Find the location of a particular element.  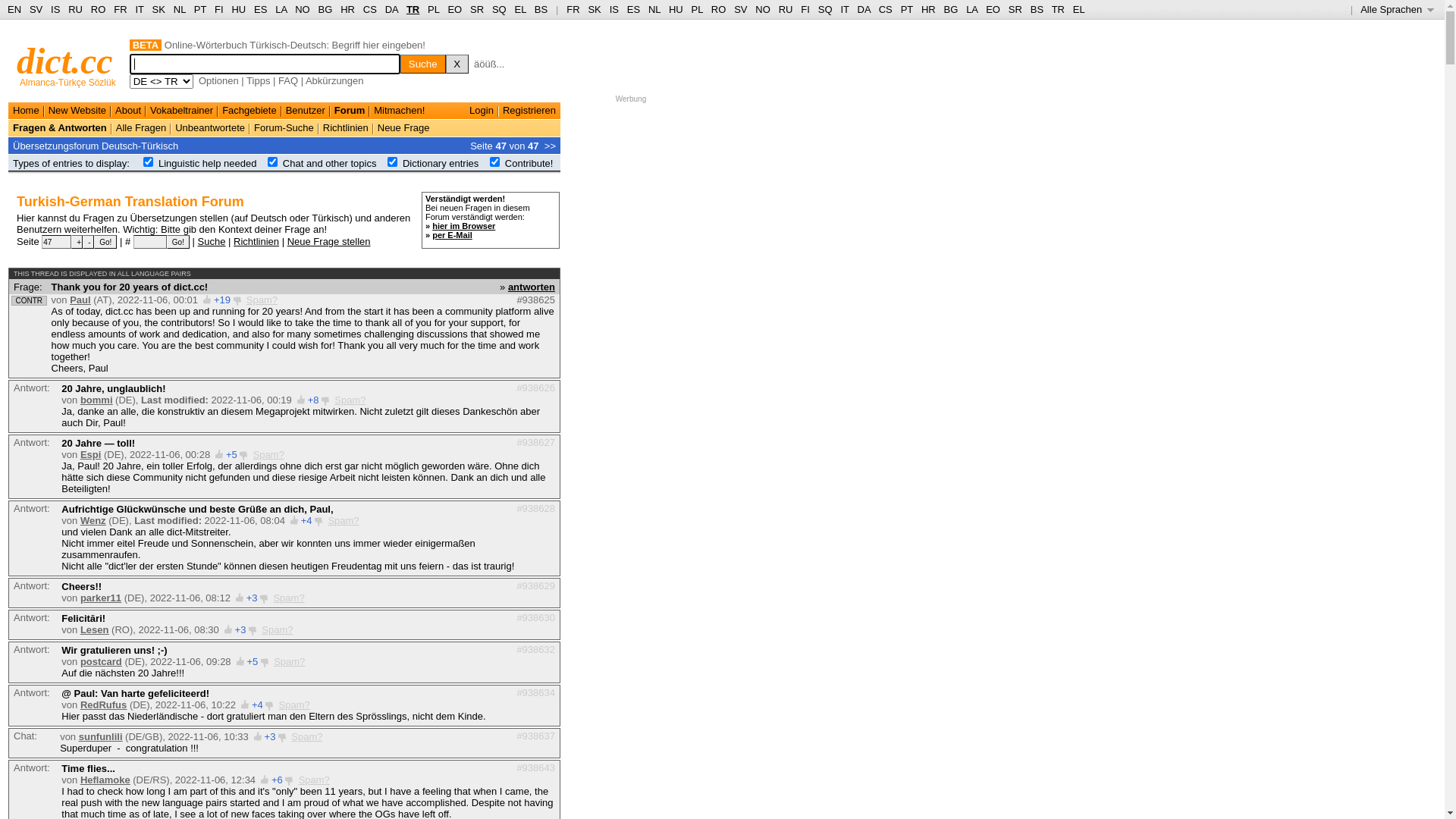

'on' is located at coordinates (392, 162).